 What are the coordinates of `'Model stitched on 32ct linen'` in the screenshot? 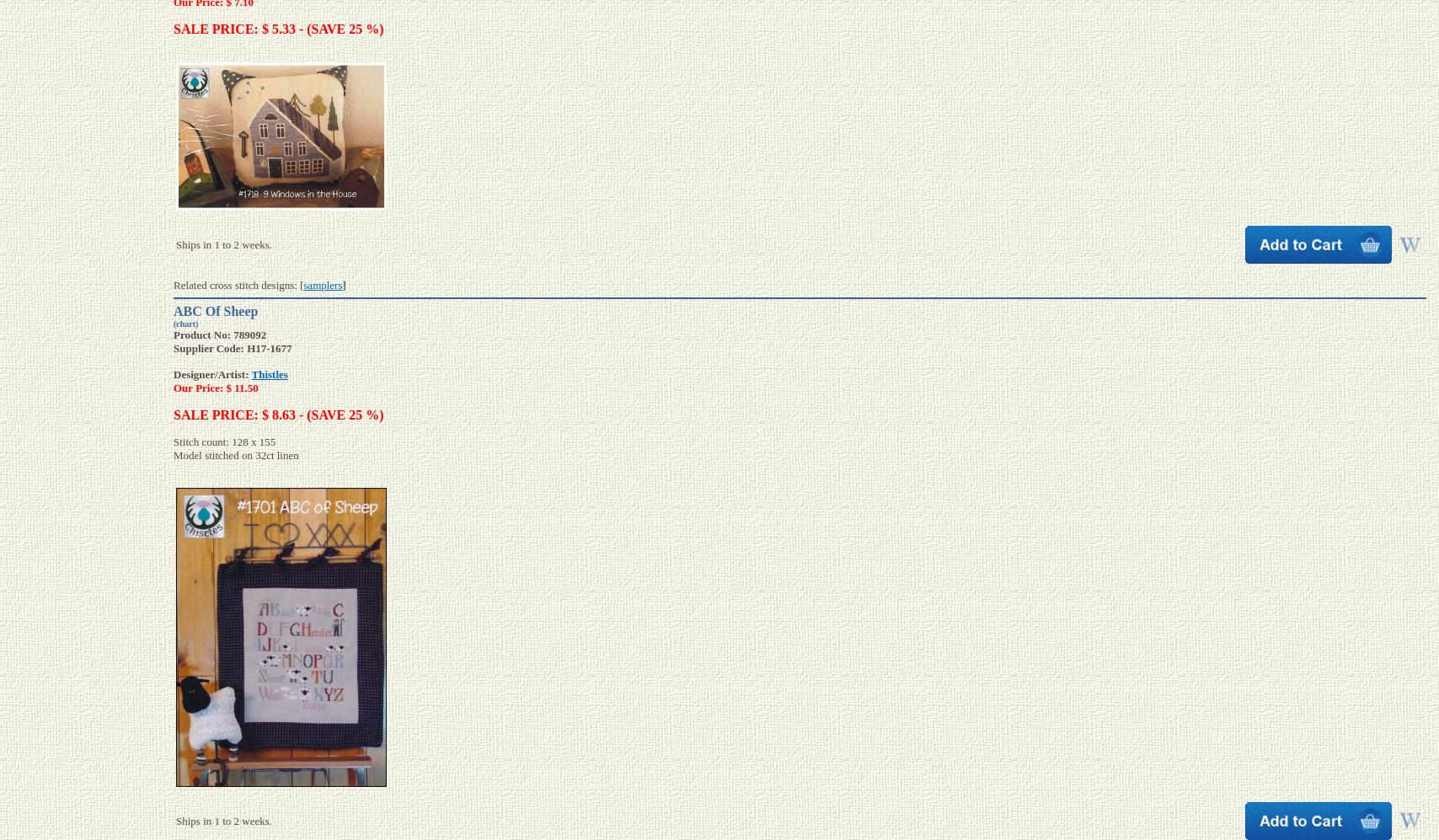 It's located at (235, 454).